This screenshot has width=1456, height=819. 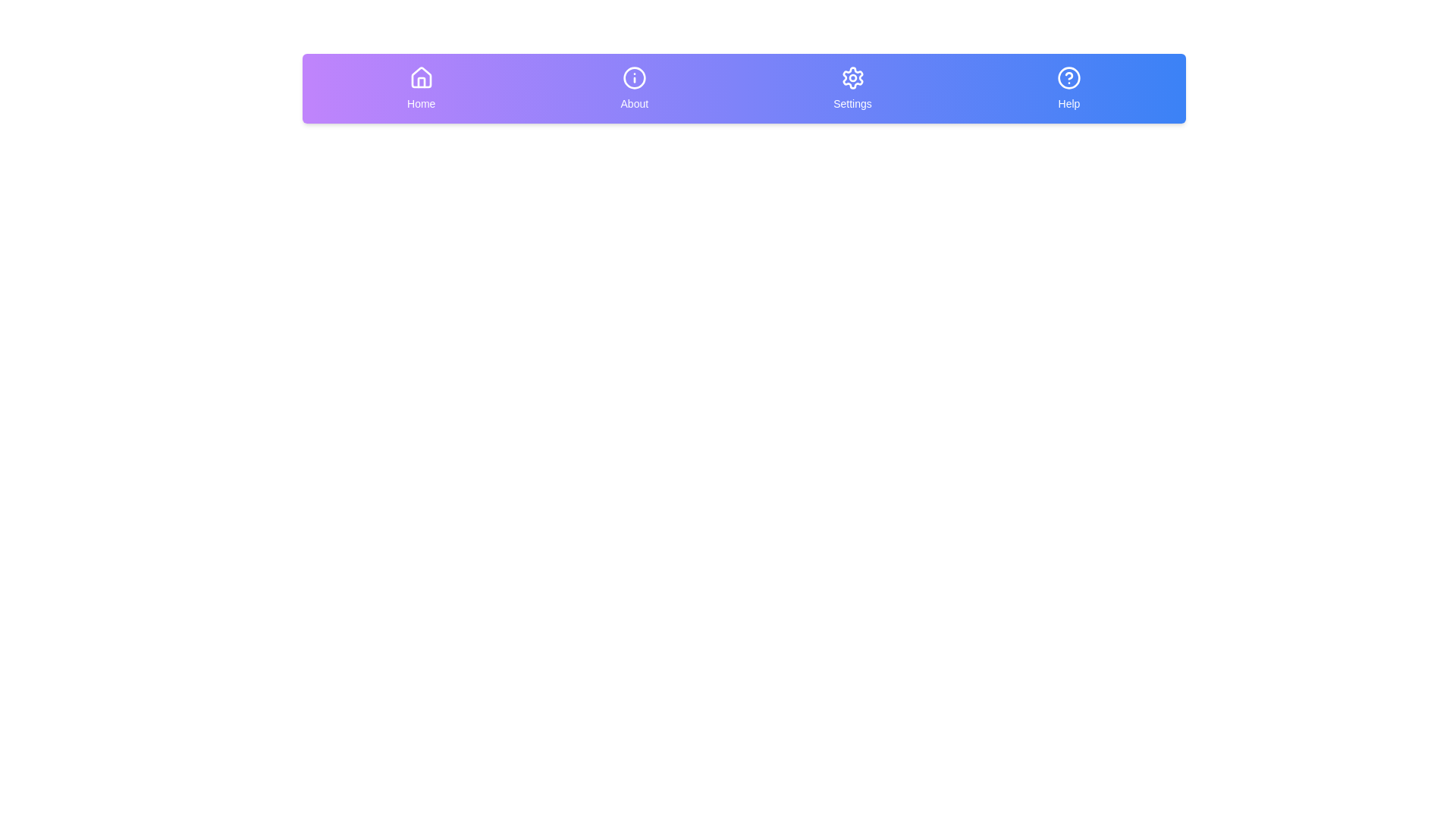 What do you see at coordinates (634, 88) in the screenshot?
I see `the 'About' button, which features an information symbol inside a circle on a purple background, located in the top navigation bar` at bounding box center [634, 88].